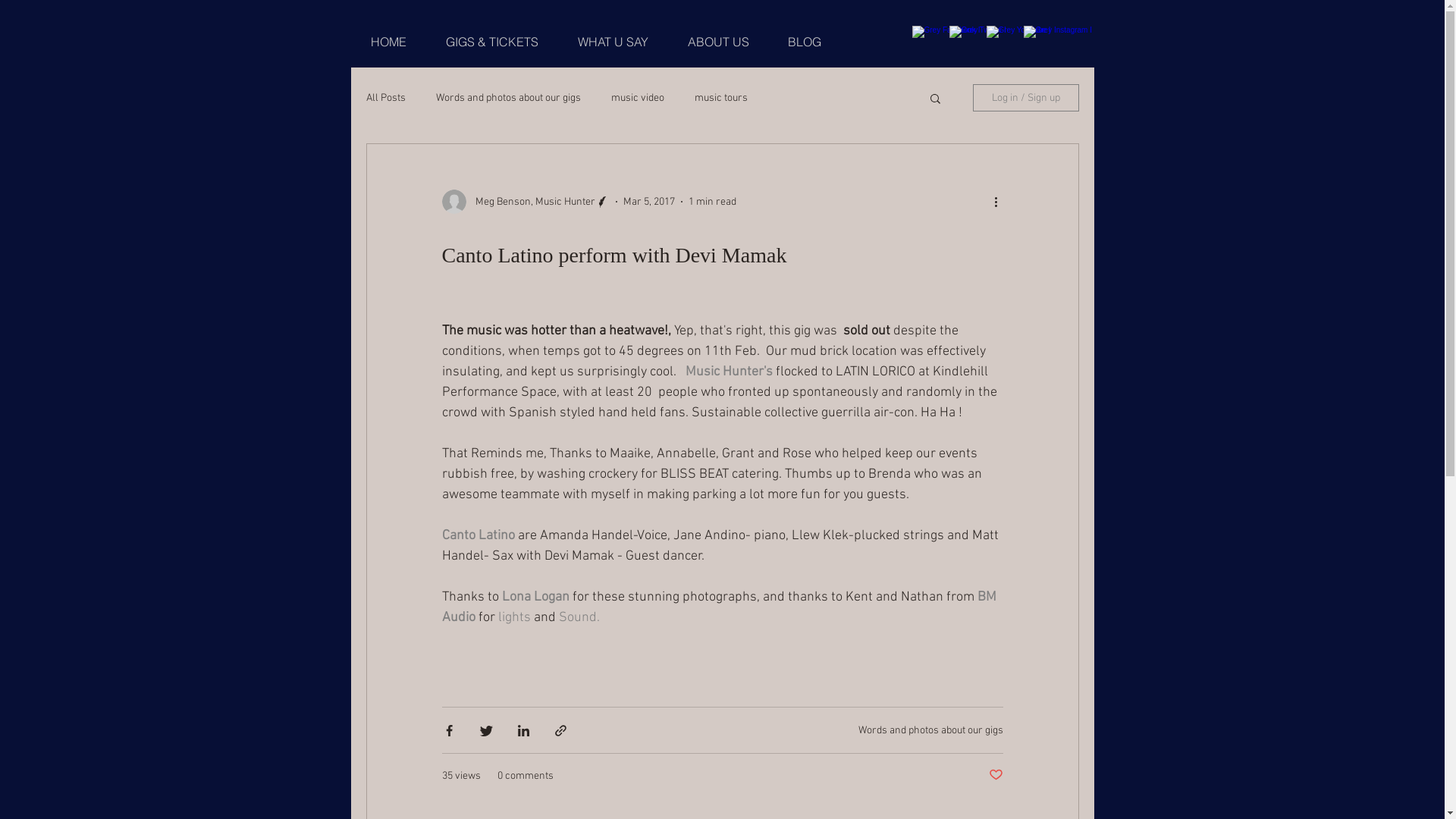 The height and width of the screenshot is (819, 1456). I want to click on 'Sound.', so click(578, 617).